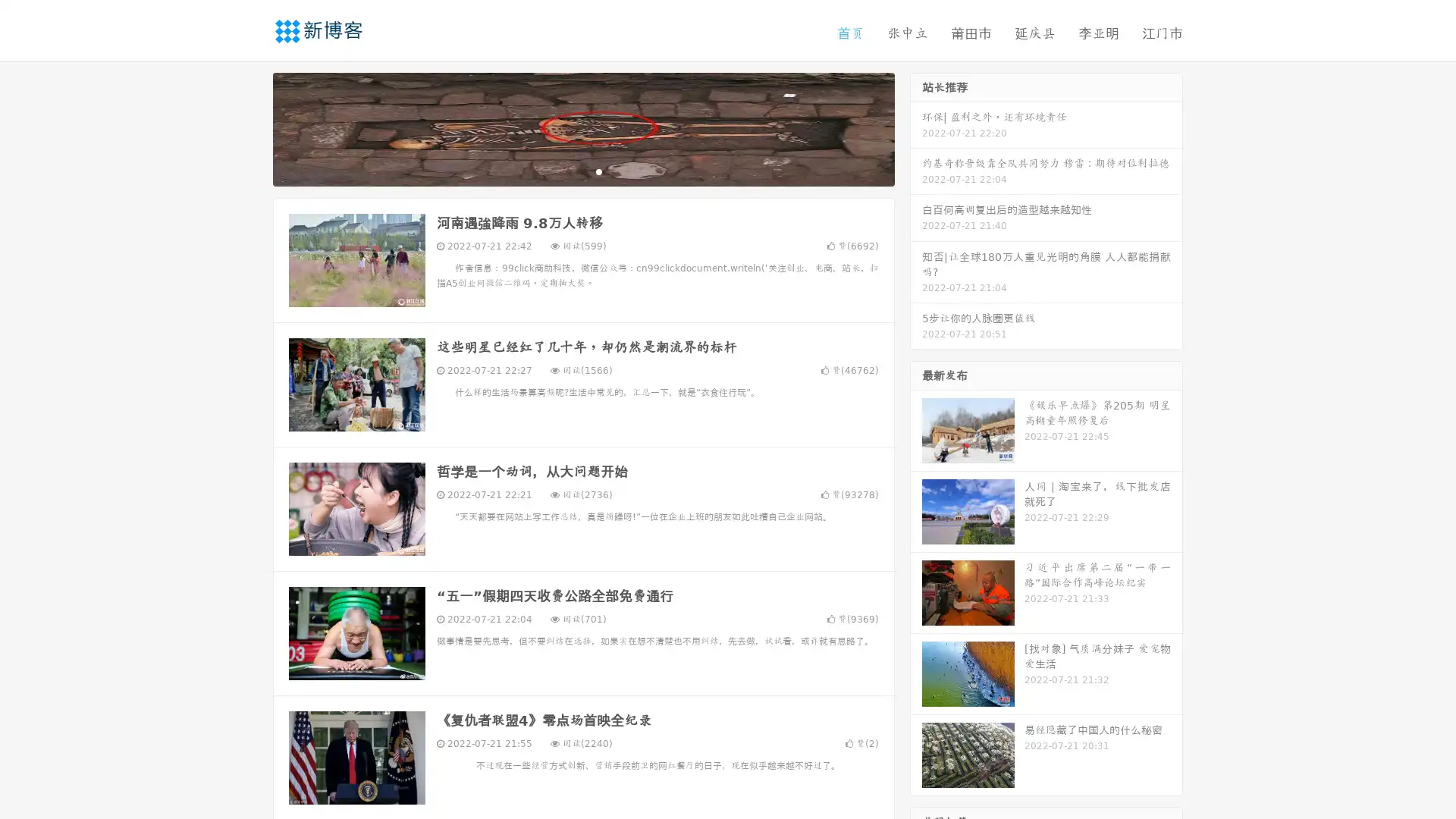 Image resolution: width=1456 pixels, height=819 pixels. Describe the element at coordinates (250, 127) in the screenshot. I see `Previous slide` at that location.